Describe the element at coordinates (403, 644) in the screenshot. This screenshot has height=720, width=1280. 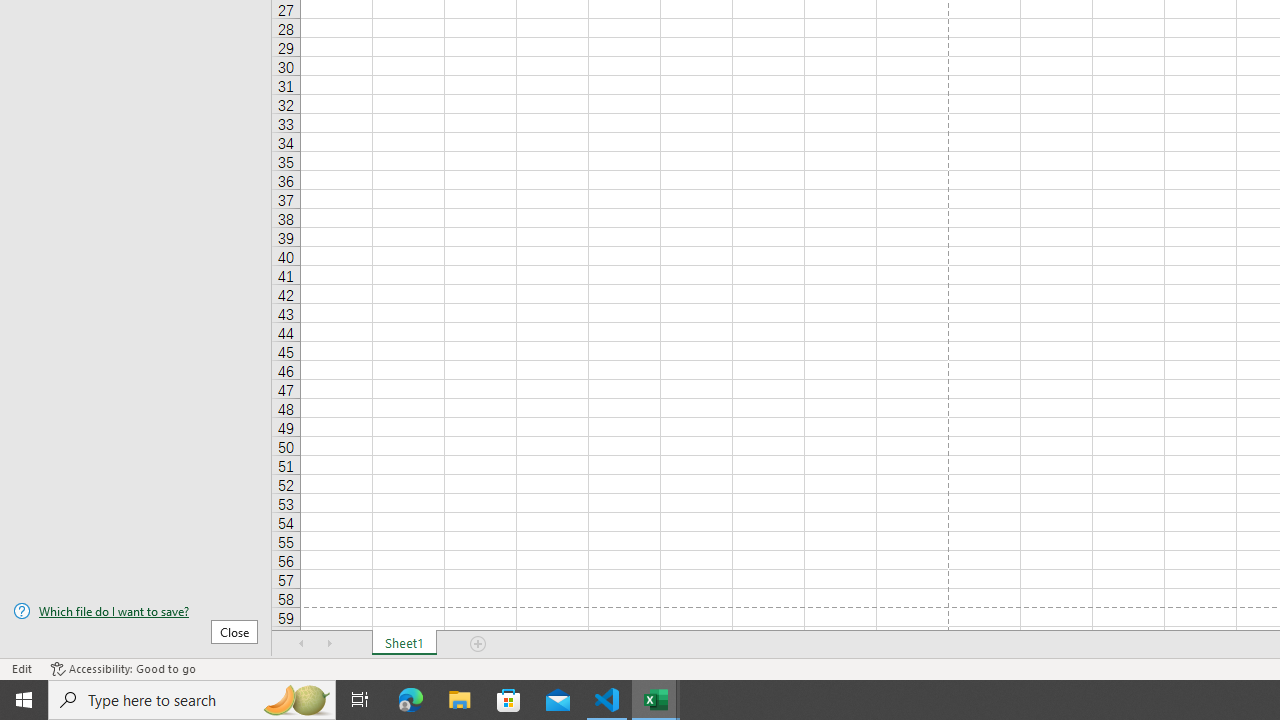
I see `'Sheet1'` at that location.